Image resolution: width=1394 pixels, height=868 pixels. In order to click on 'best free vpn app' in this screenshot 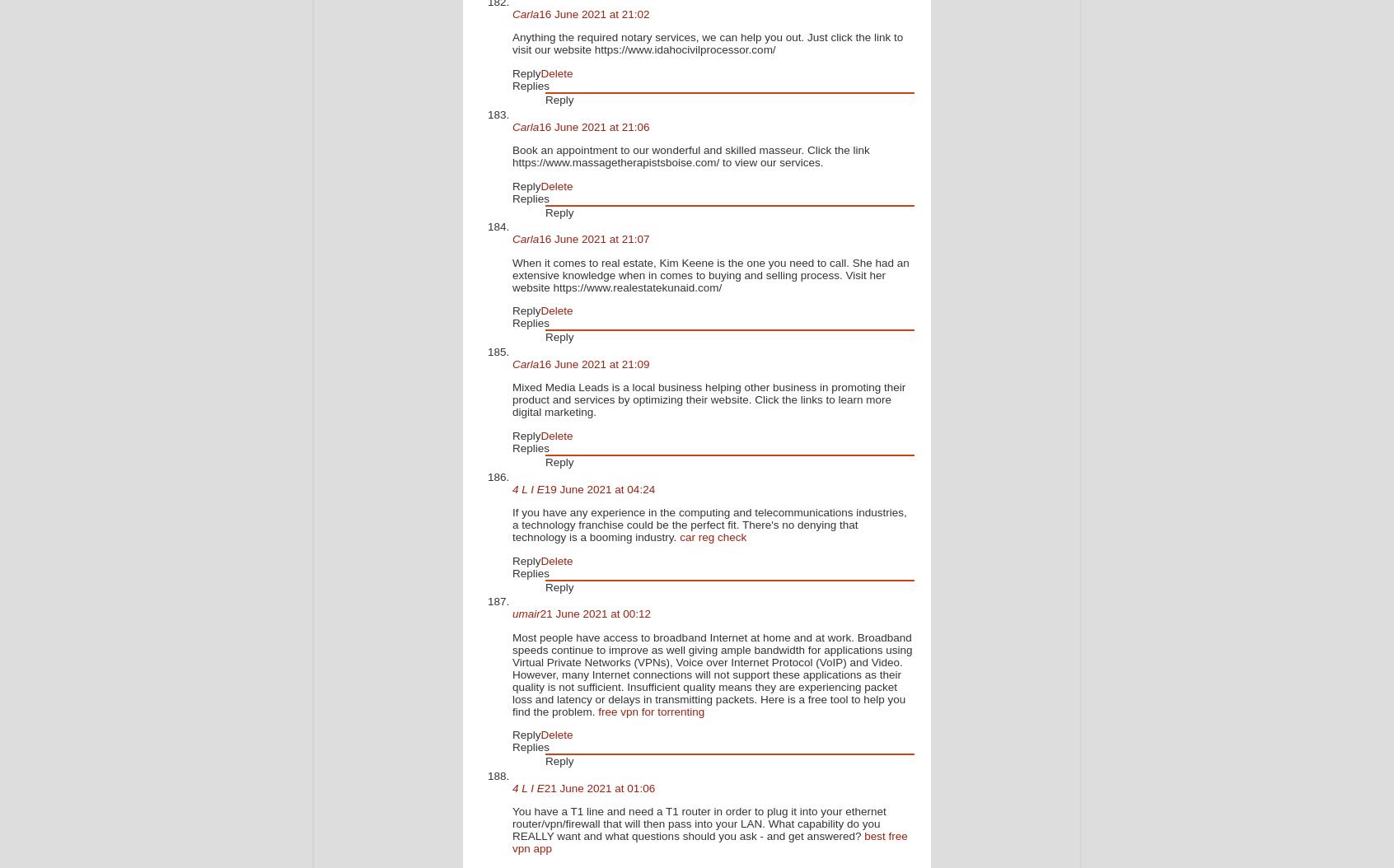, I will do `click(709, 842)`.